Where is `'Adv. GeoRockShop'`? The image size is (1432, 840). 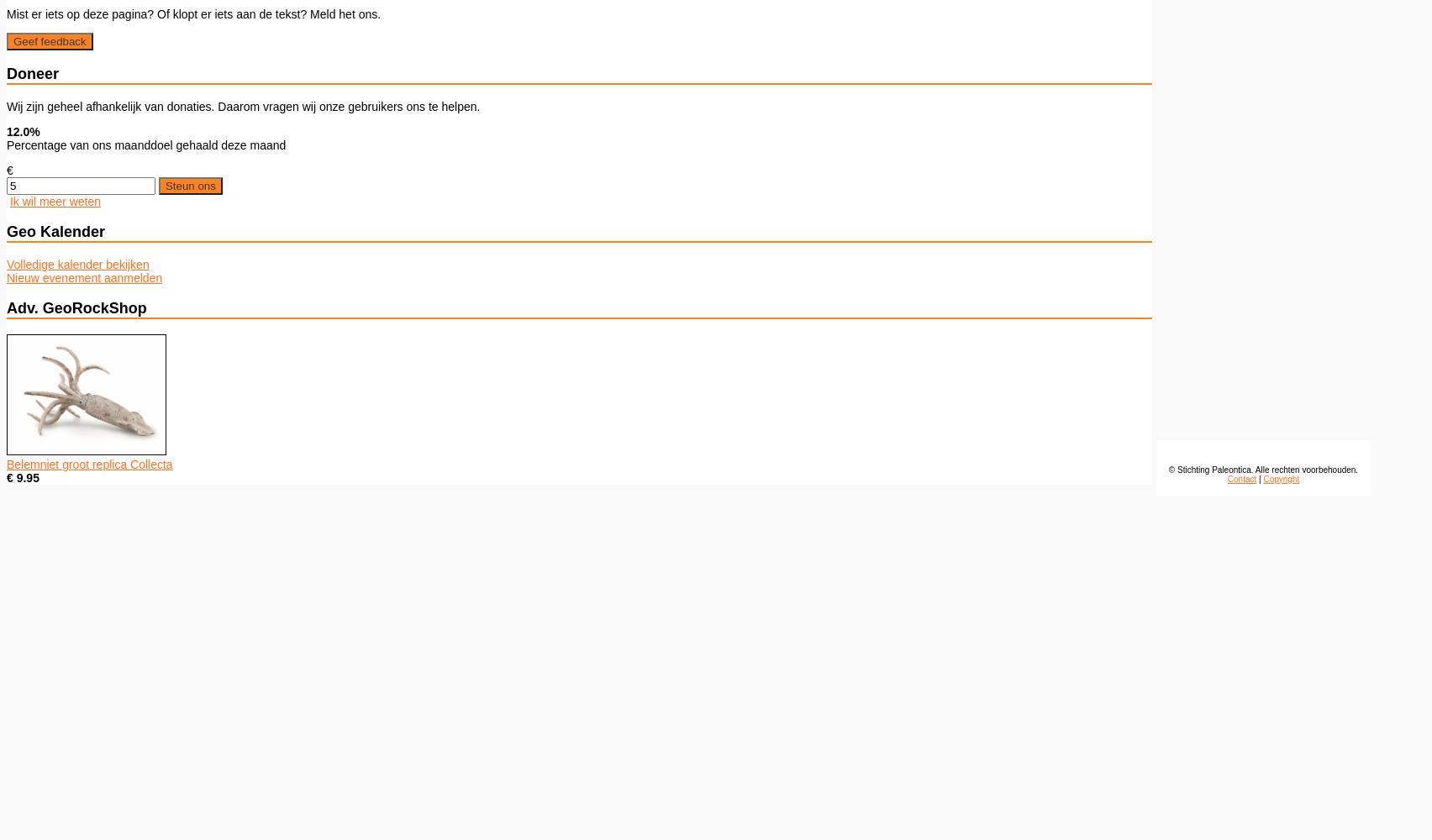
'Adv. GeoRockShop' is located at coordinates (7, 307).